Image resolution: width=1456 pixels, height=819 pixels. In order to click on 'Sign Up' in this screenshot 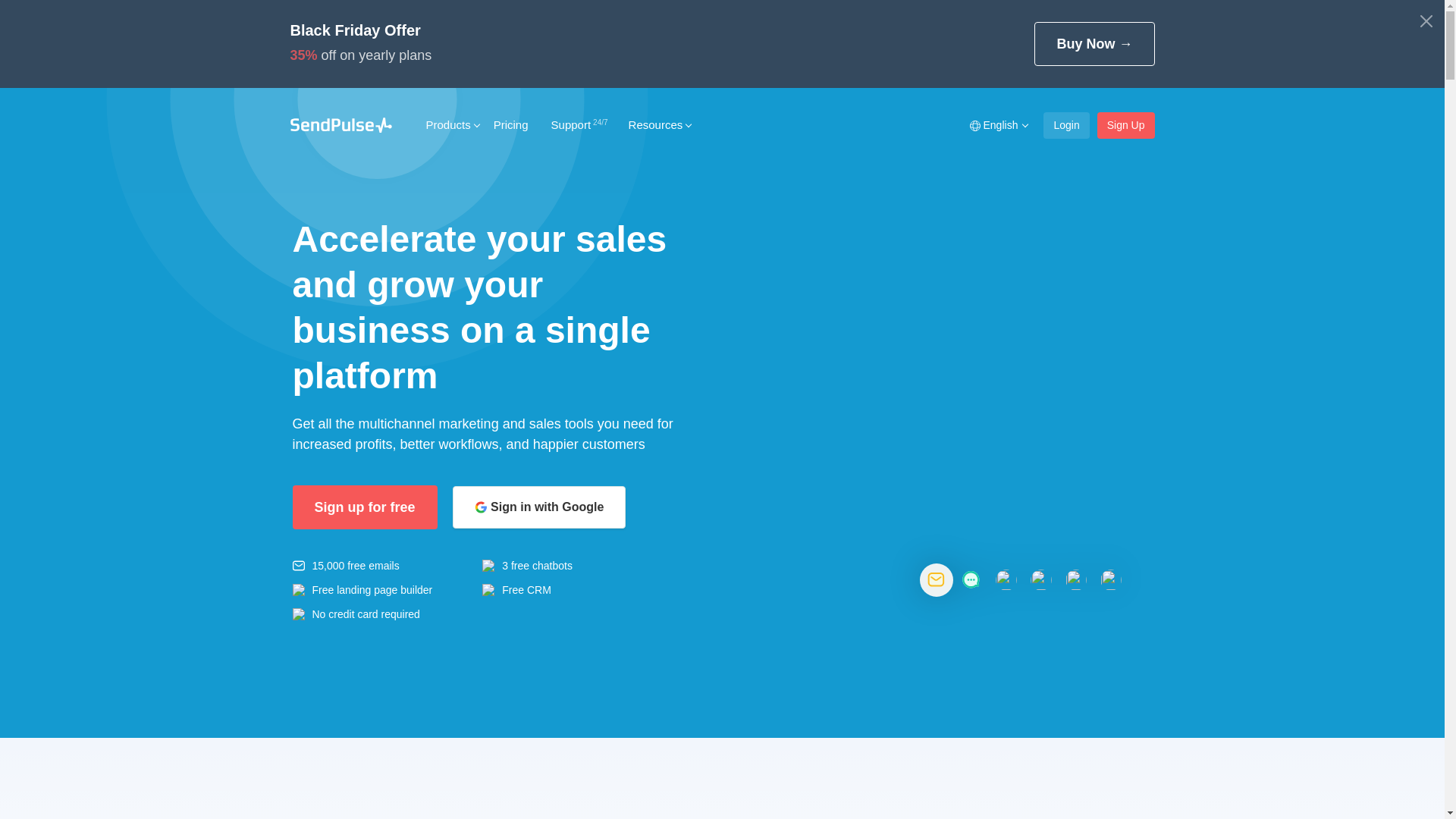, I will do `click(1097, 124)`.